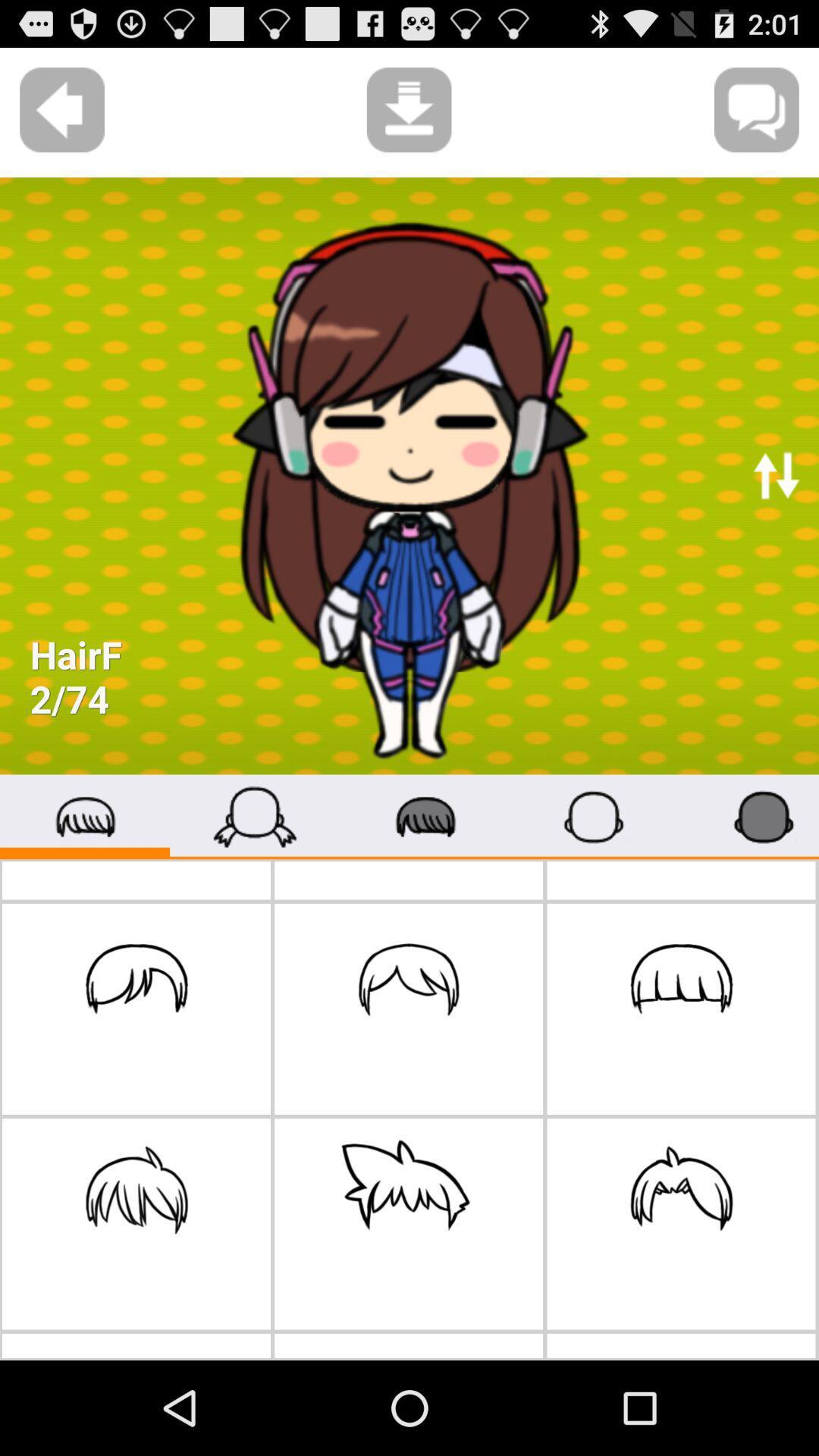  Describe the element at coordinates (136, 1009) in the screenshot. I see `the icon below the first tab on the web page` at that location.